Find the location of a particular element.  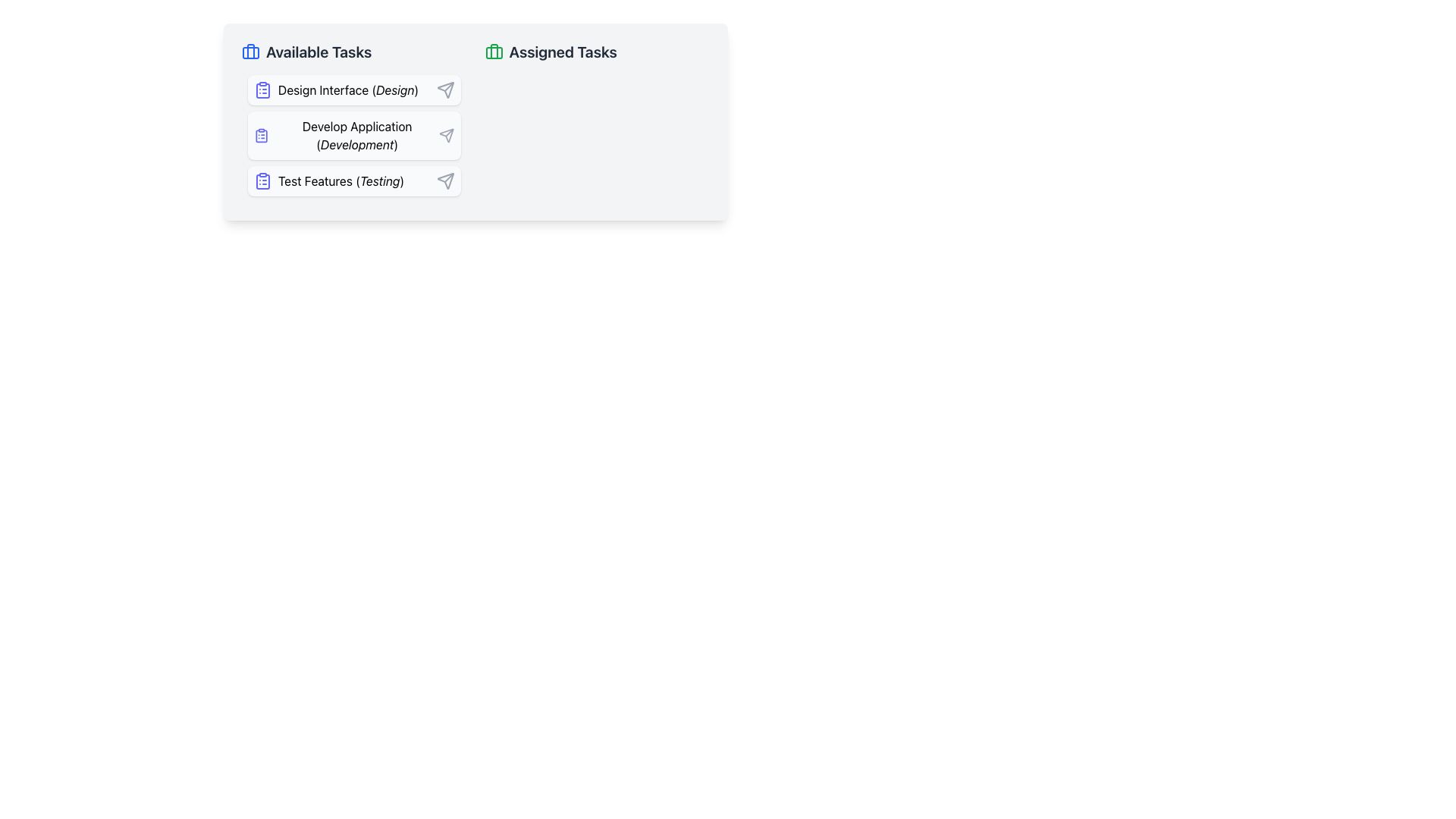

the briefcase icon, which is visually designed with a blue outline and rounded corners, located to the left of the 'Available Tasks' text as an indicator is located at coordinates (251, 52).